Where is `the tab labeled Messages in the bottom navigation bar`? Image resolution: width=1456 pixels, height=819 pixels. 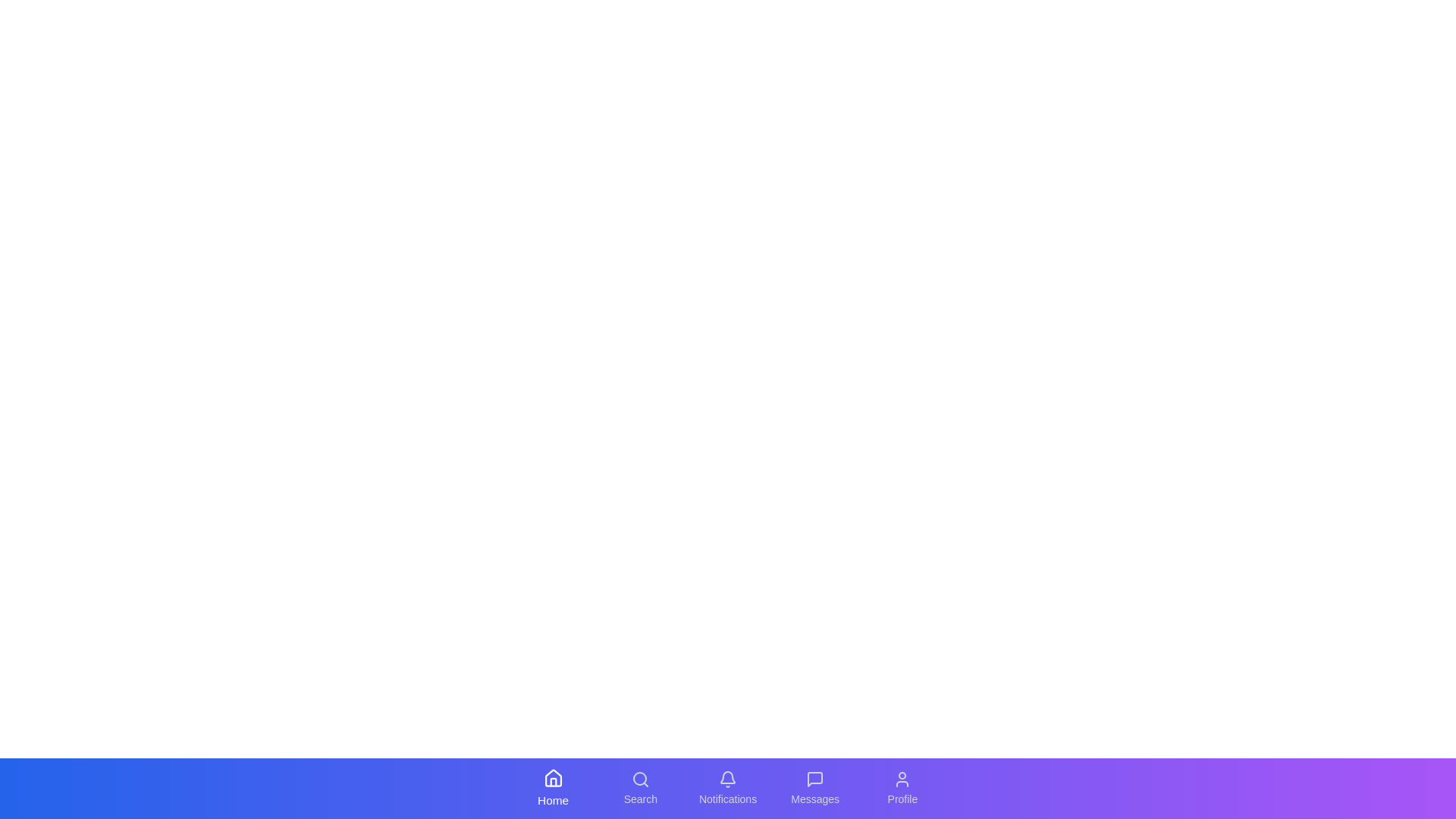
the tab labeled Messages in the bottom navigation bar is located at coordinates (814, 788).